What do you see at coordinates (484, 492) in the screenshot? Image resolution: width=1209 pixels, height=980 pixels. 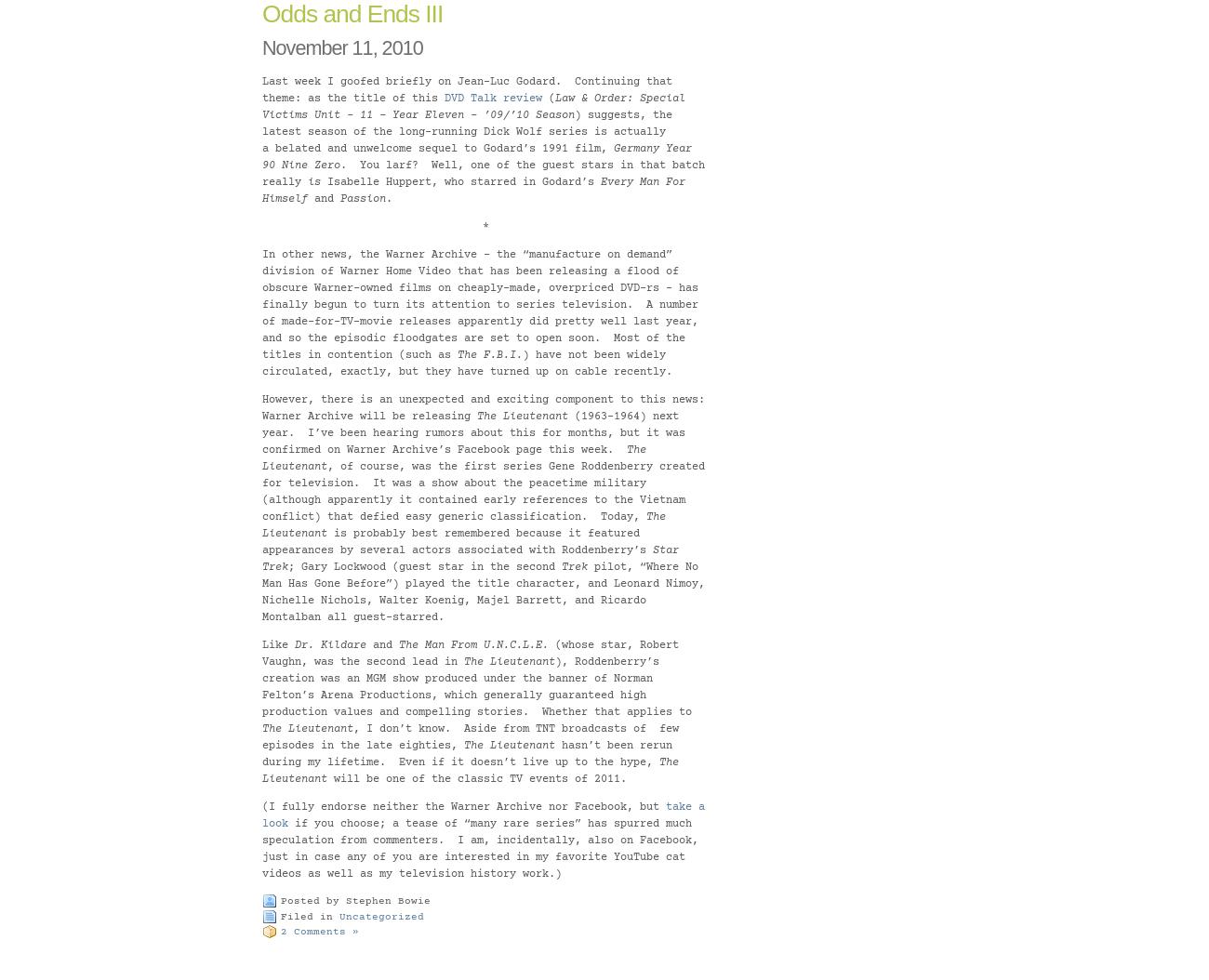 I see `', of course, was the first series Gene Roddenberry created for television.  It was a show about the peacetime military (although apparently it contained early references to the Vietnam conflict) that defied easy generic classification.  Today,'` at bounding box center [484, 492].